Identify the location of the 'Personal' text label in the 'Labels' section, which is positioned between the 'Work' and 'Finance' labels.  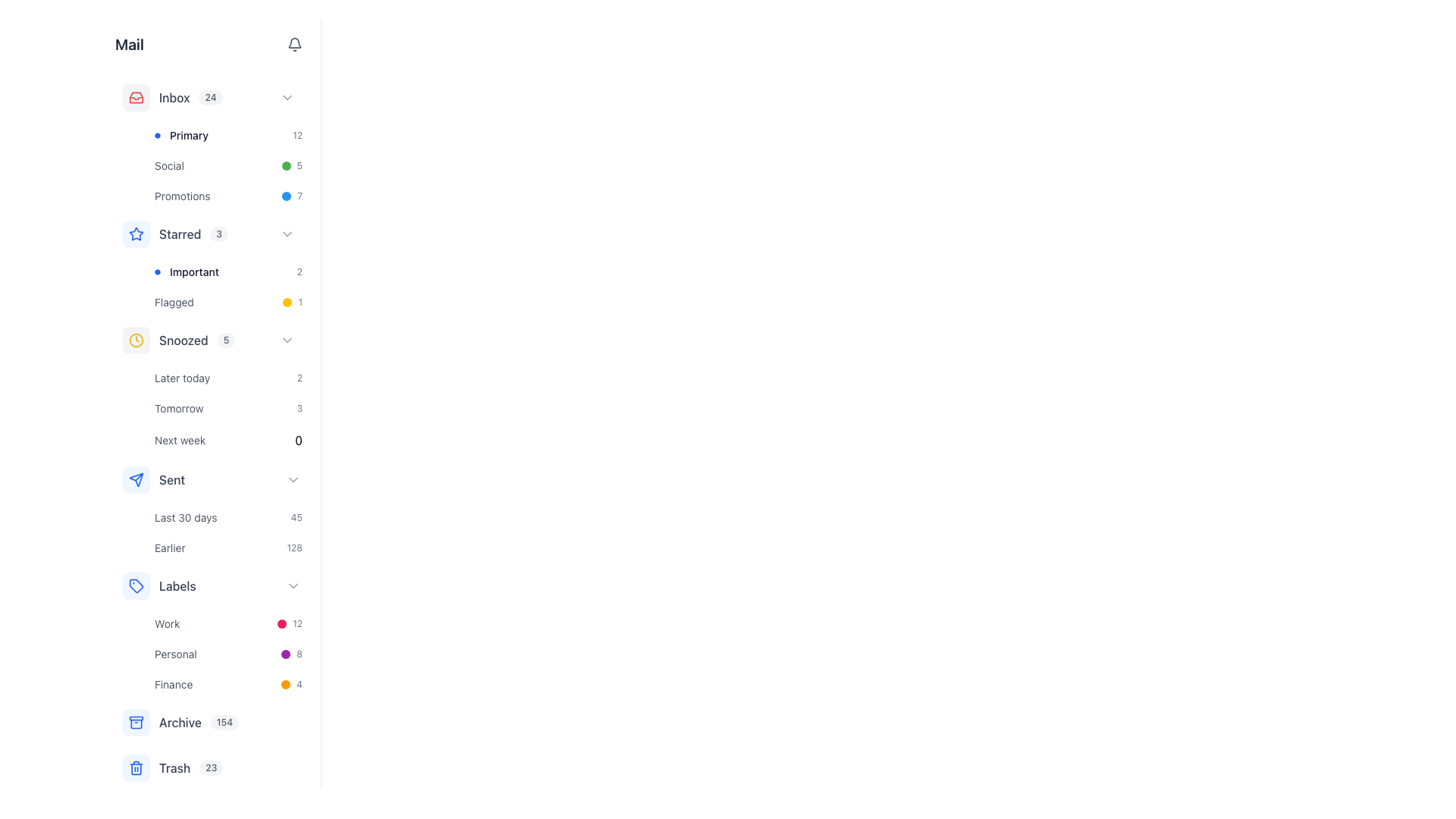
(175, 654).